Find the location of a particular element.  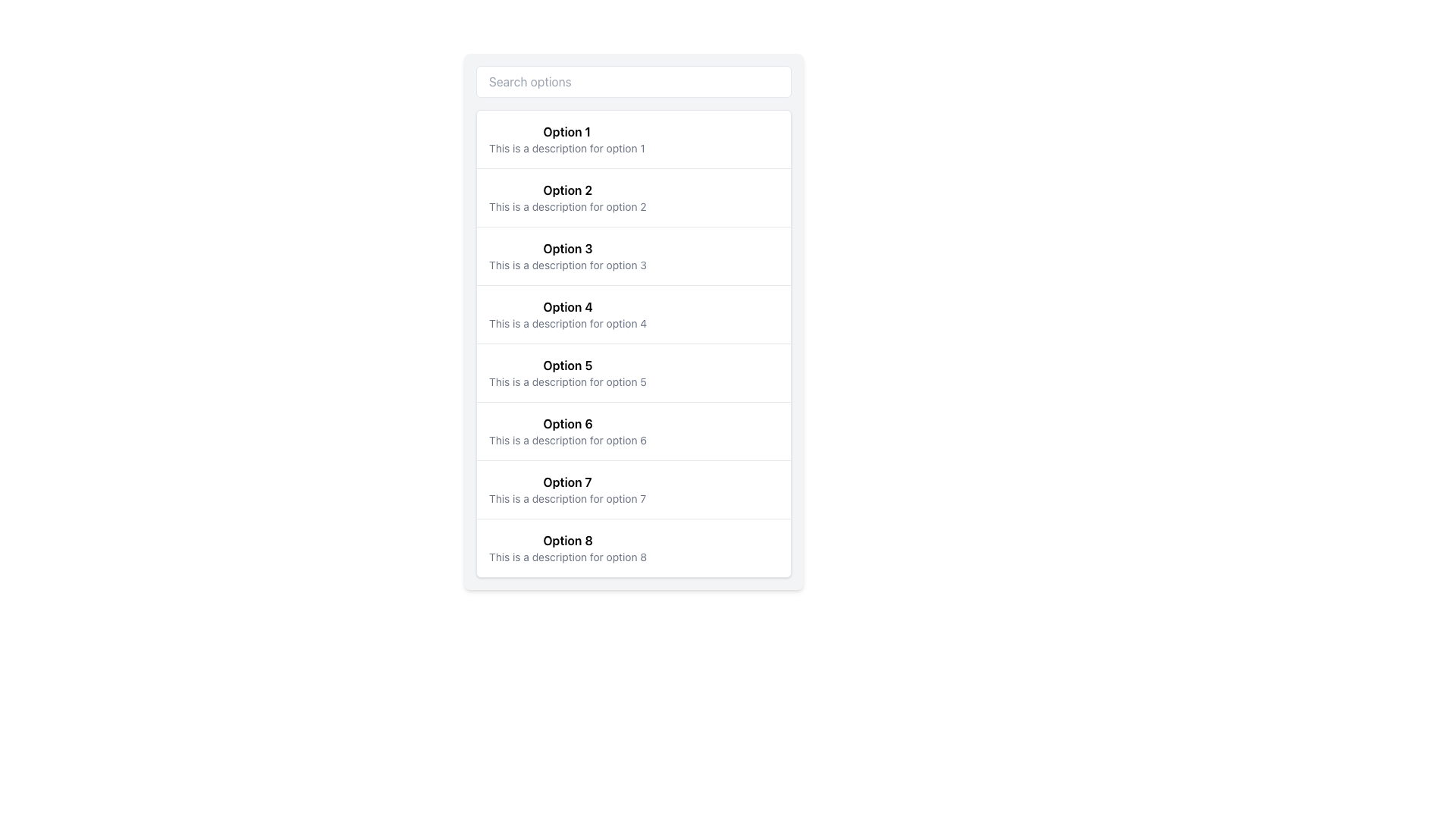

the bold text label labeled 'Option 3', which is the title of the third item in a vertical list of options is located at coordinates (566, 247).